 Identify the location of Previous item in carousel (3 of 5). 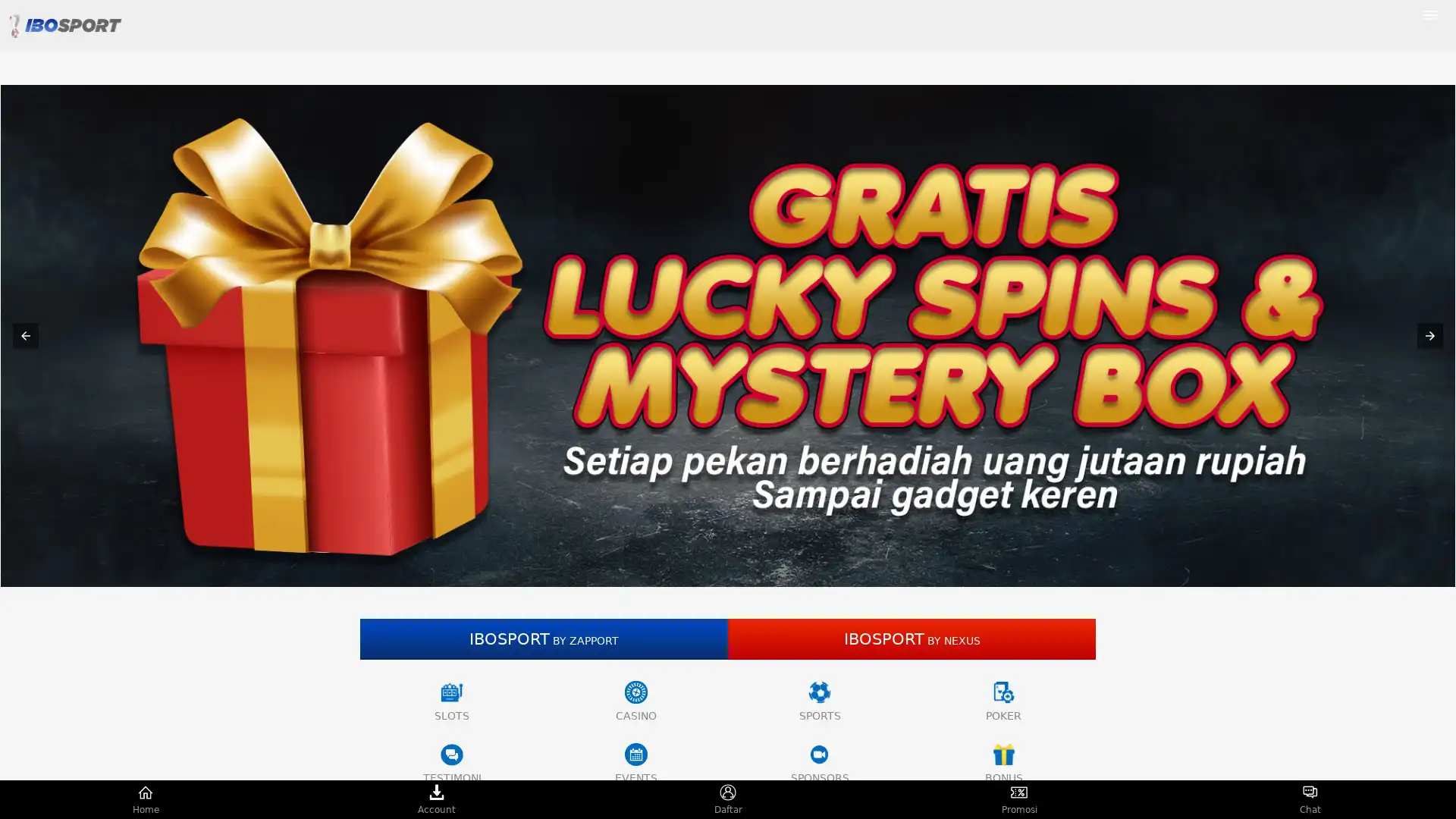
(25, 335).